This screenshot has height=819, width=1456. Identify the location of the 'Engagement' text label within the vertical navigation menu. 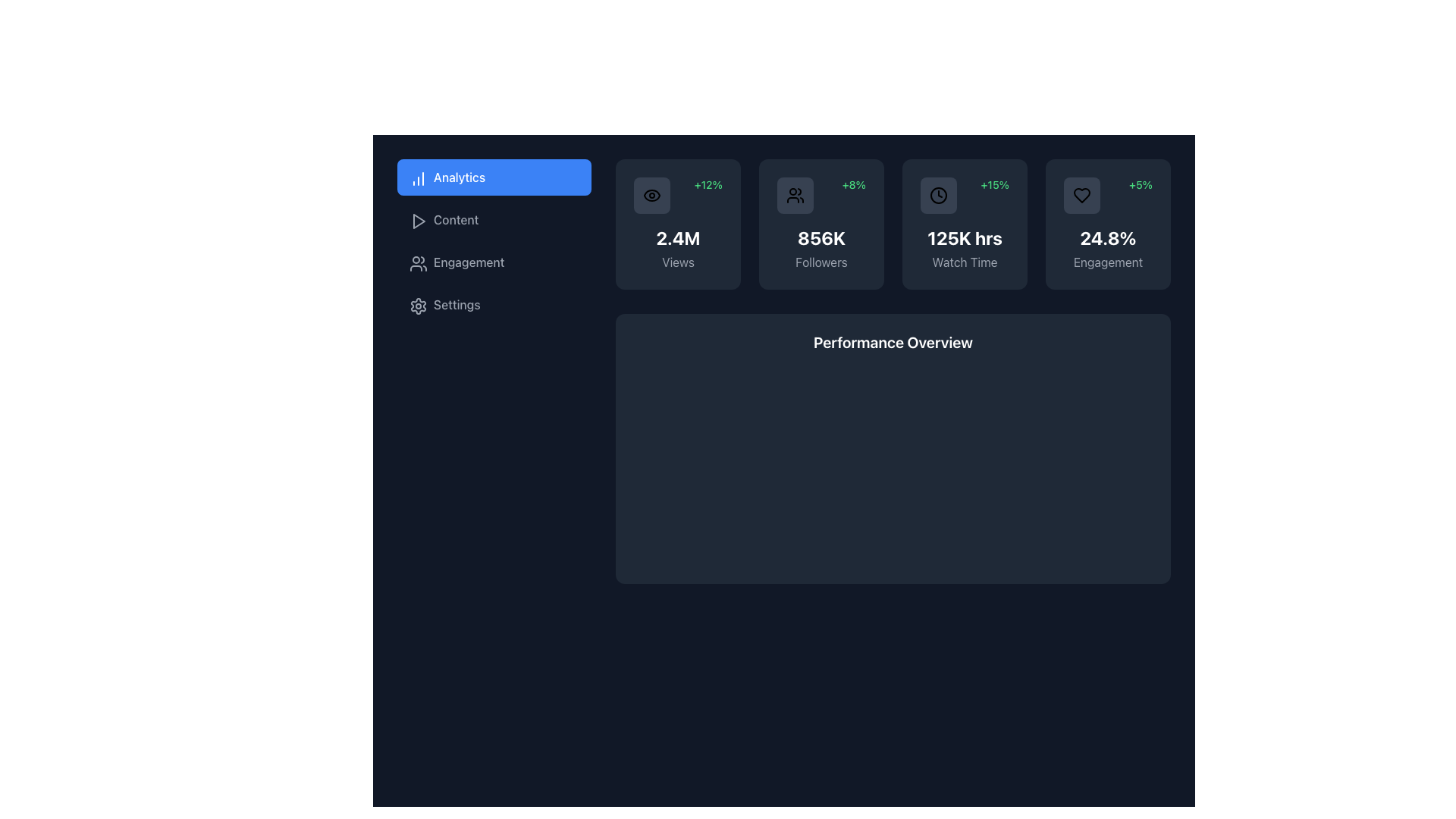
(468, 262).